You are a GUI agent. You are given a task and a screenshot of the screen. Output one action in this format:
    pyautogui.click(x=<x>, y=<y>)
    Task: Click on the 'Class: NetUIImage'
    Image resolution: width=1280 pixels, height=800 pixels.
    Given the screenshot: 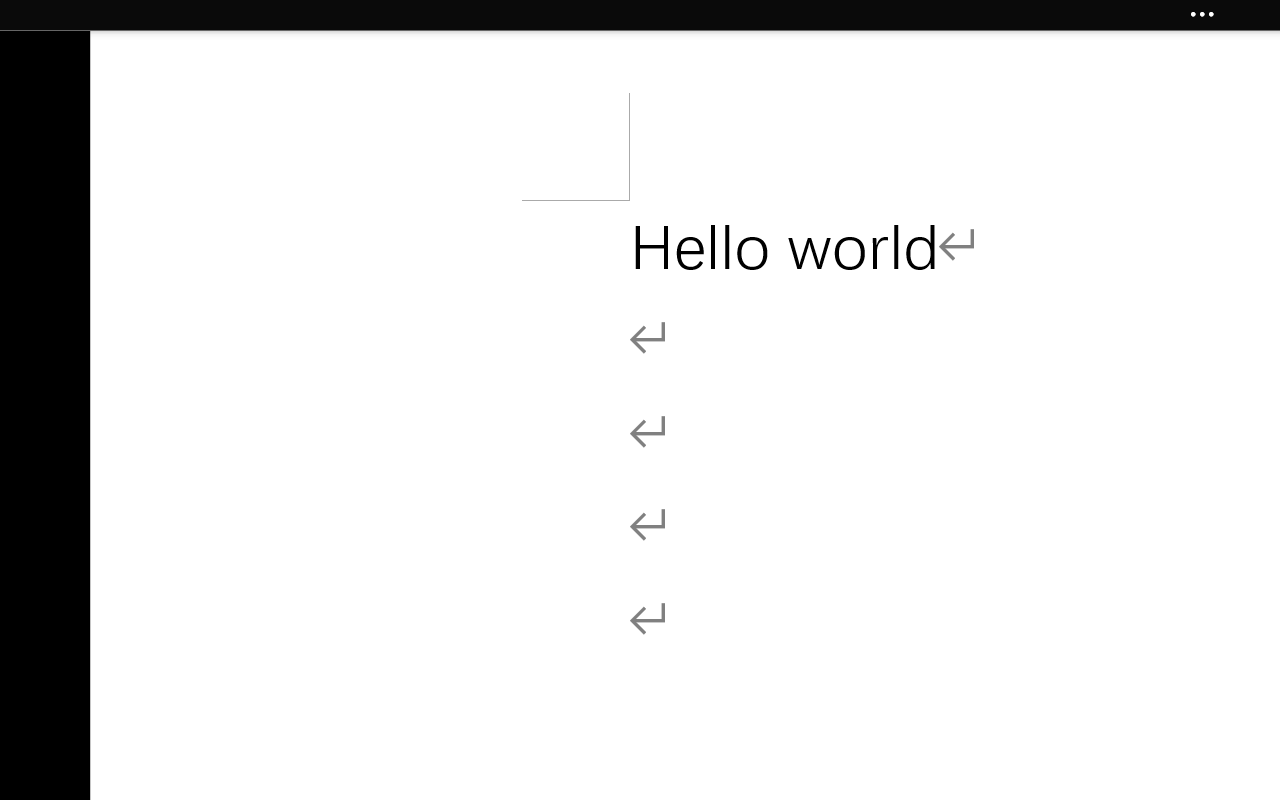 What is the action you would take?
    pyautogui.click(x=1201, y=15)
    